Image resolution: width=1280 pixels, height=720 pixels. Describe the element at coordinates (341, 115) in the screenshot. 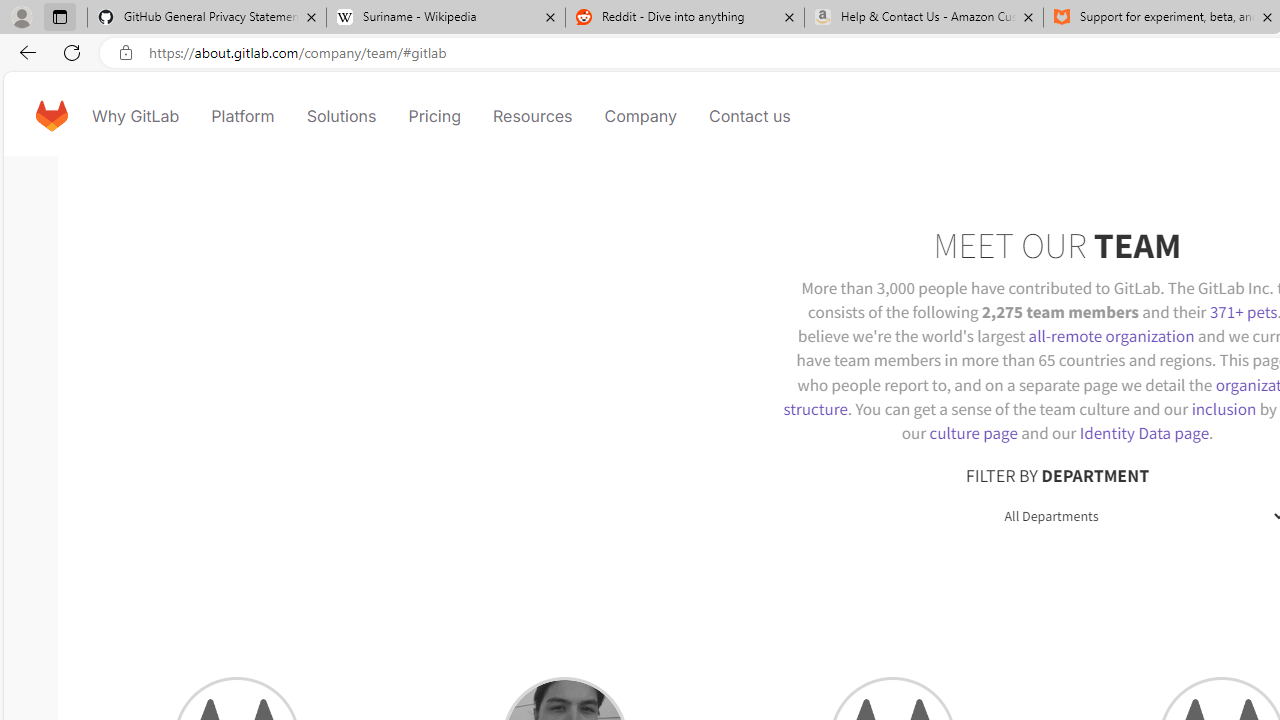

I see `'Solutions'` at that location.